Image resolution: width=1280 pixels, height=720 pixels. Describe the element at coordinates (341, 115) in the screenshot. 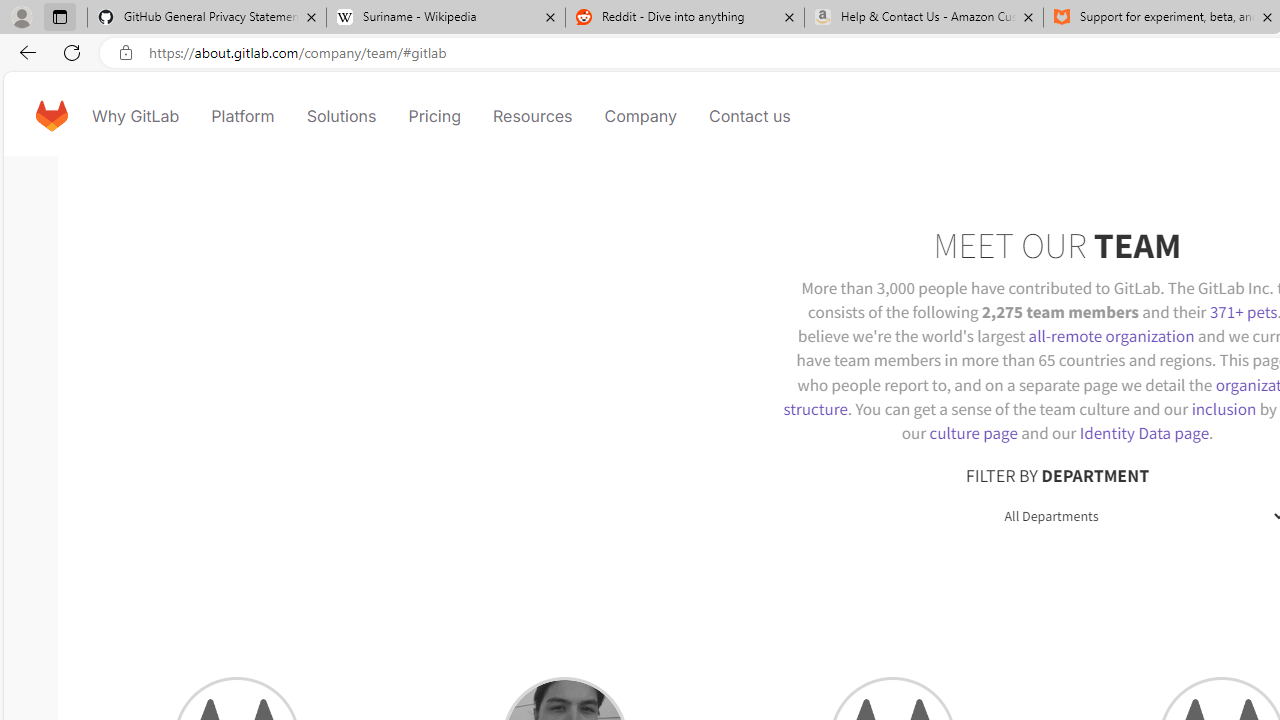

I see `'Solutions'` at that location.